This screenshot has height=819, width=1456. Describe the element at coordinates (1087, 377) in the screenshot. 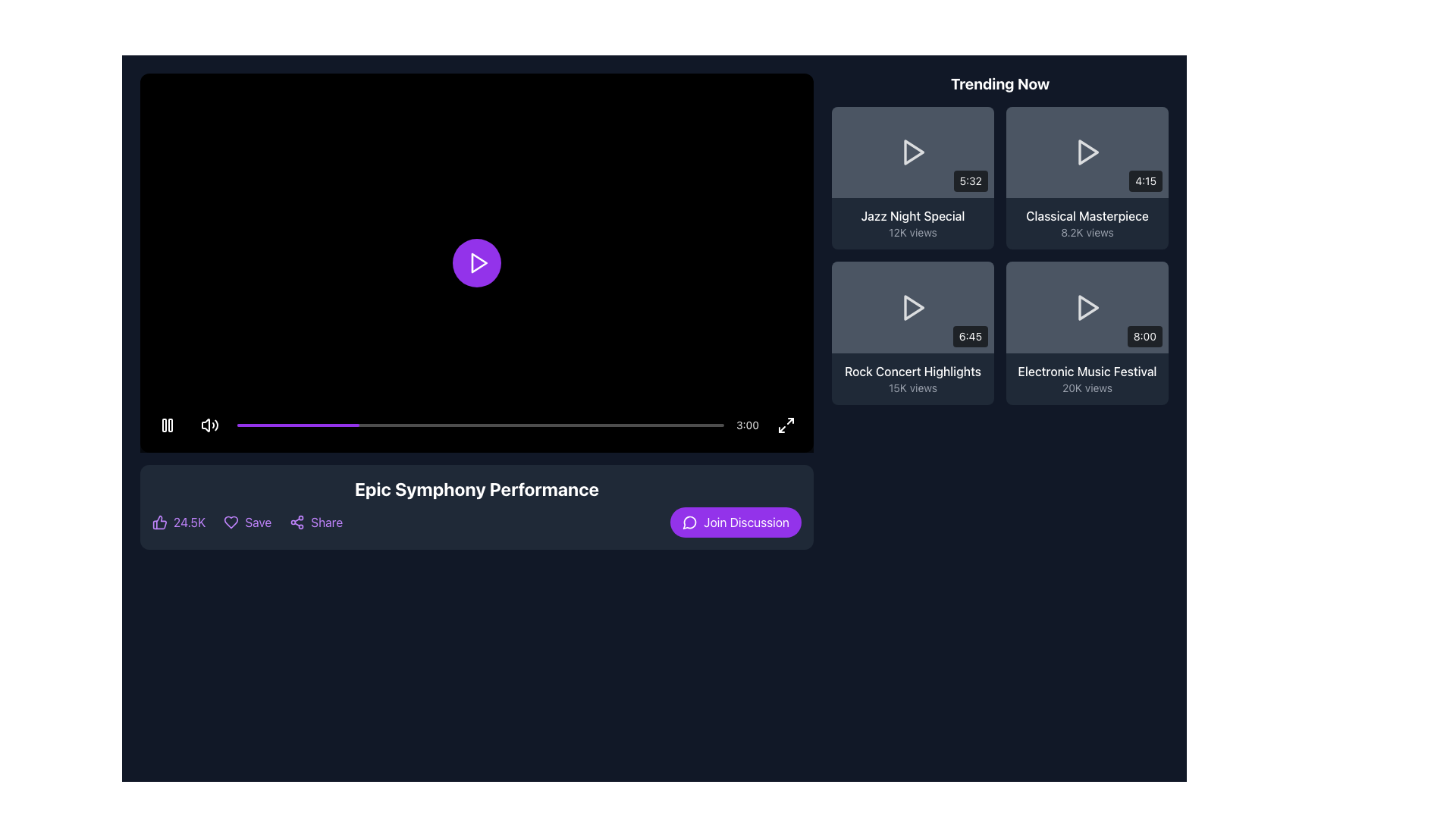

I see `the Label Group containing the title 'Electronic Music Festival' and view count '20K views' for navigation in the 'Trending Now' section` at that location.